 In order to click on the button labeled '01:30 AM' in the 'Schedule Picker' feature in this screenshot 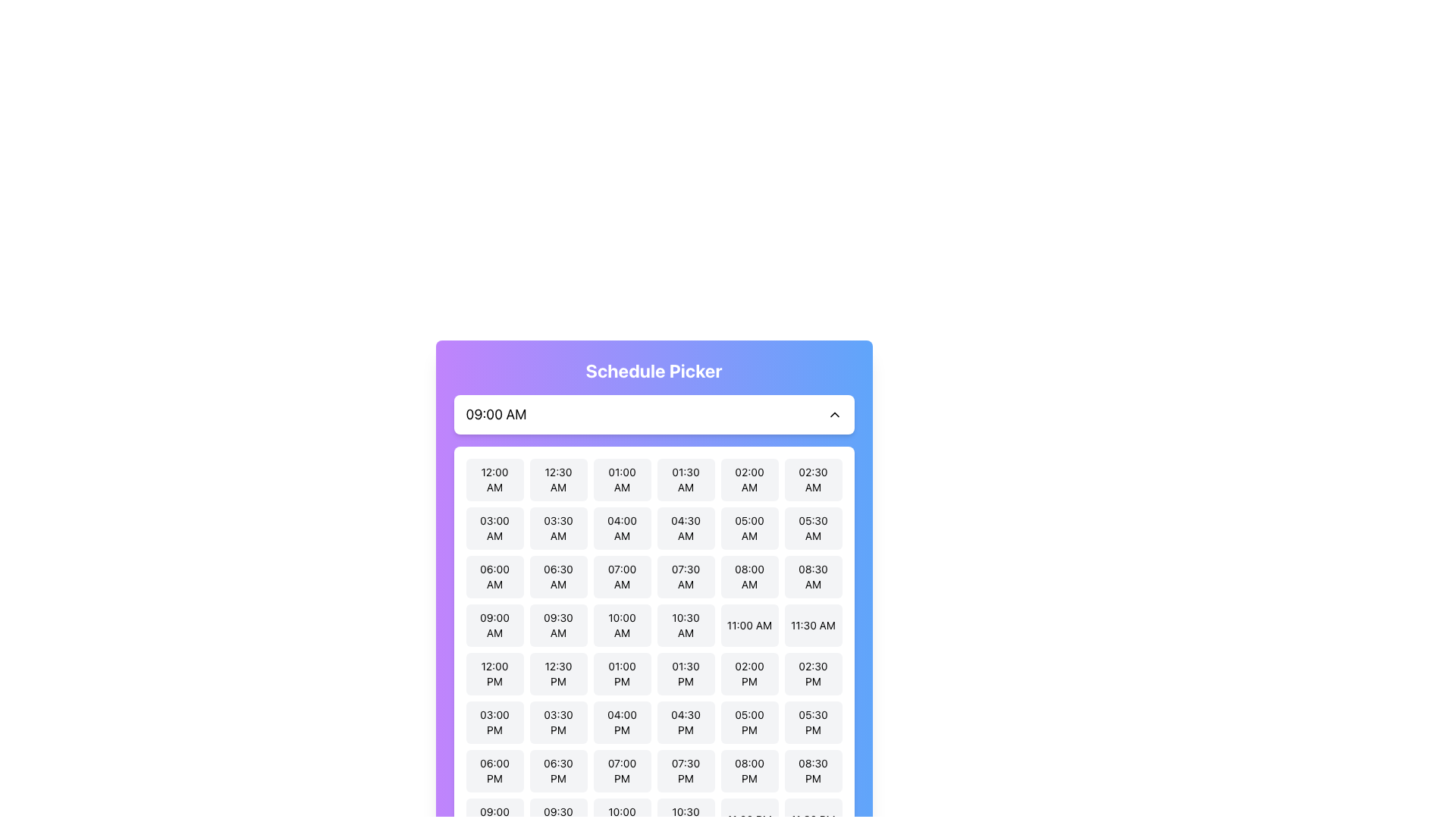, I will do `click(685, 479)`.